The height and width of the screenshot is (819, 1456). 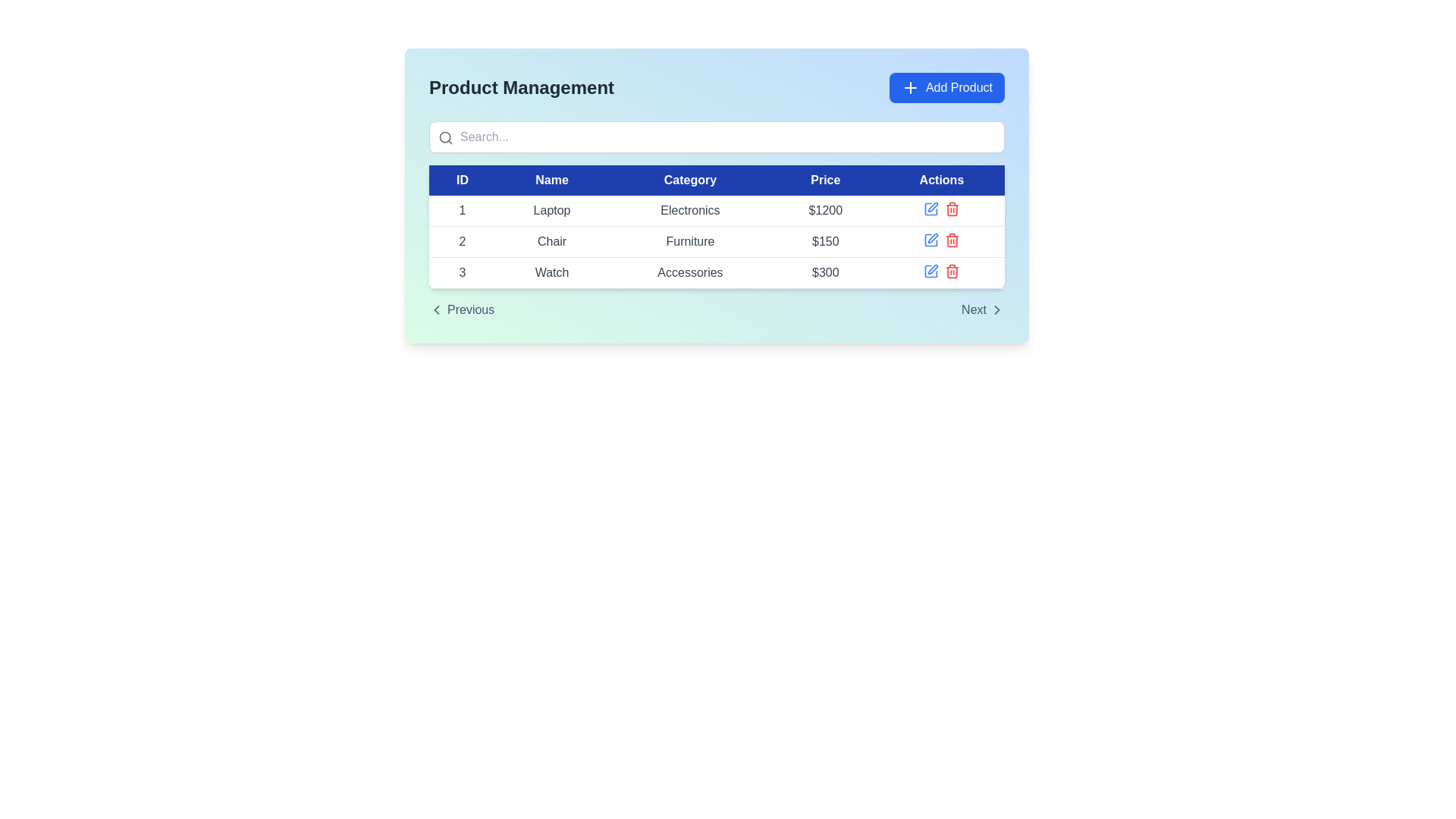 What do you see at coordinates (824, 180) in the screenshot?
I see `the 'Price' label which is styled with bold white text on a blue background, located in the fourth position of the table header row` at bounding box center [824, 180].